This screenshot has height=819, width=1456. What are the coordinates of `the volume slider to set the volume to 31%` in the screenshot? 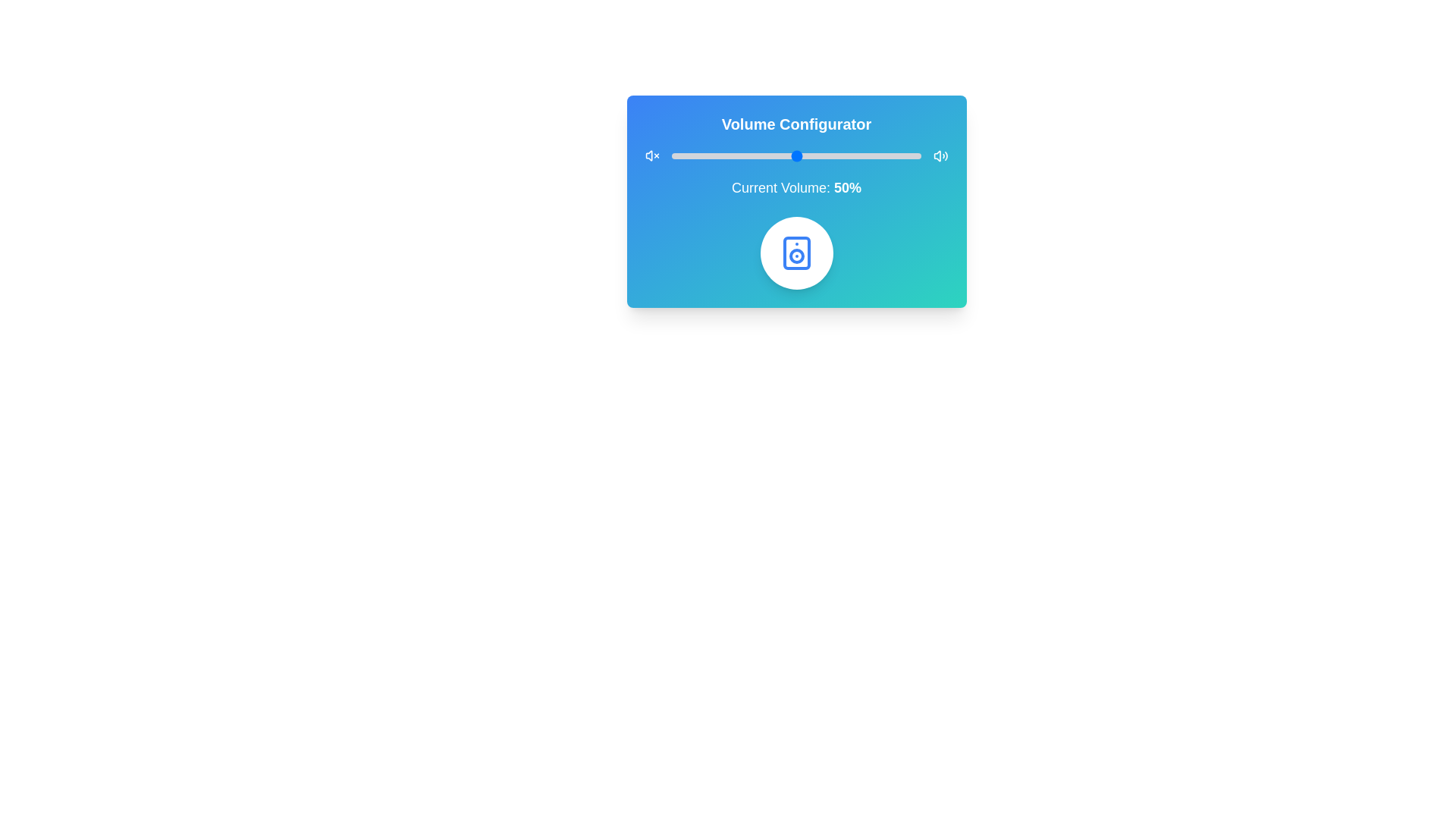 It's located at (749, 155).